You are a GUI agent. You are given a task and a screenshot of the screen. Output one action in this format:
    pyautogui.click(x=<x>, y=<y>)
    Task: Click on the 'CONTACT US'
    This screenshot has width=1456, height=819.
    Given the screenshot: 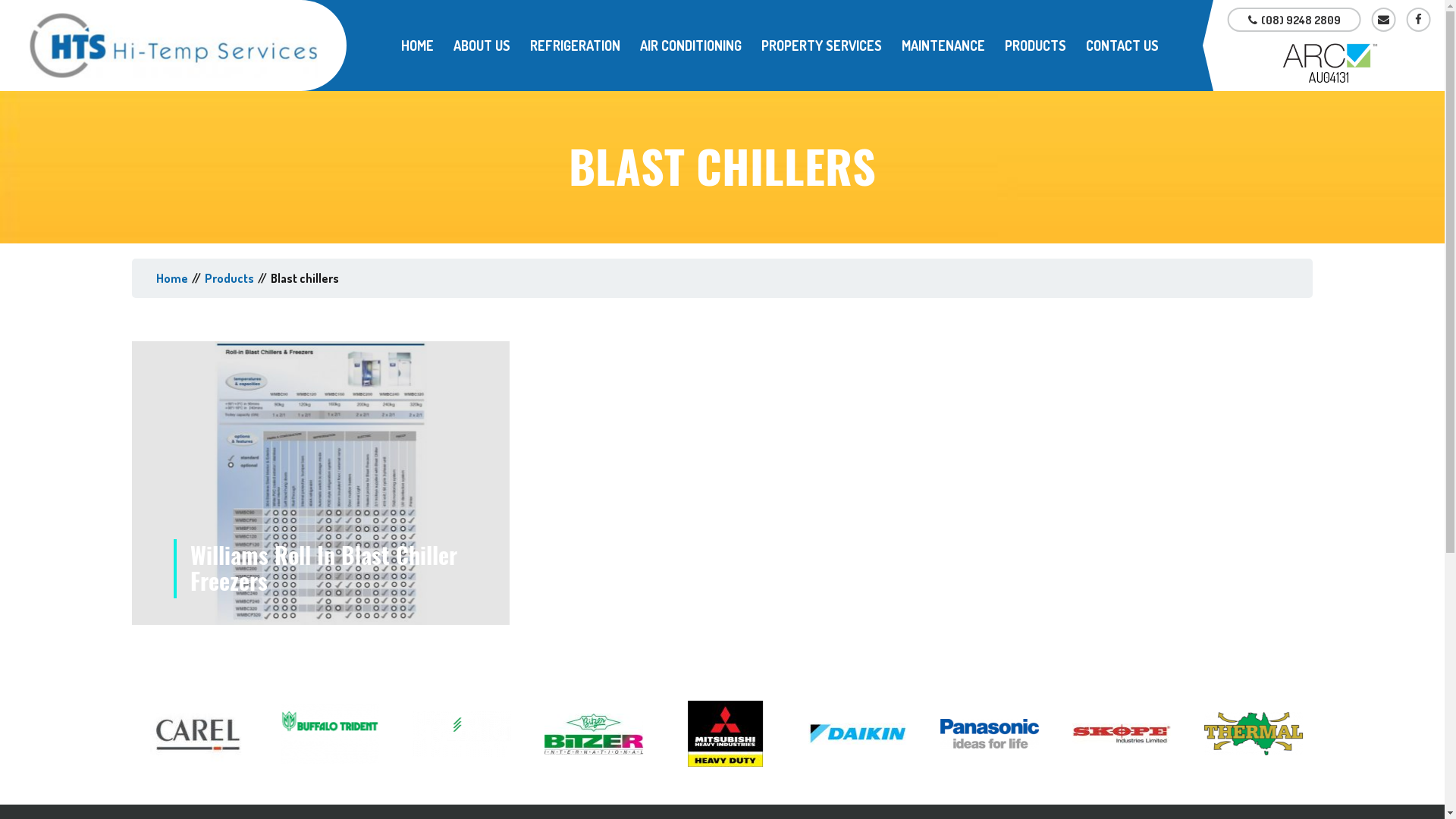 What is the action you would take?
    pyautogui.click(x=1122, y=45)
    